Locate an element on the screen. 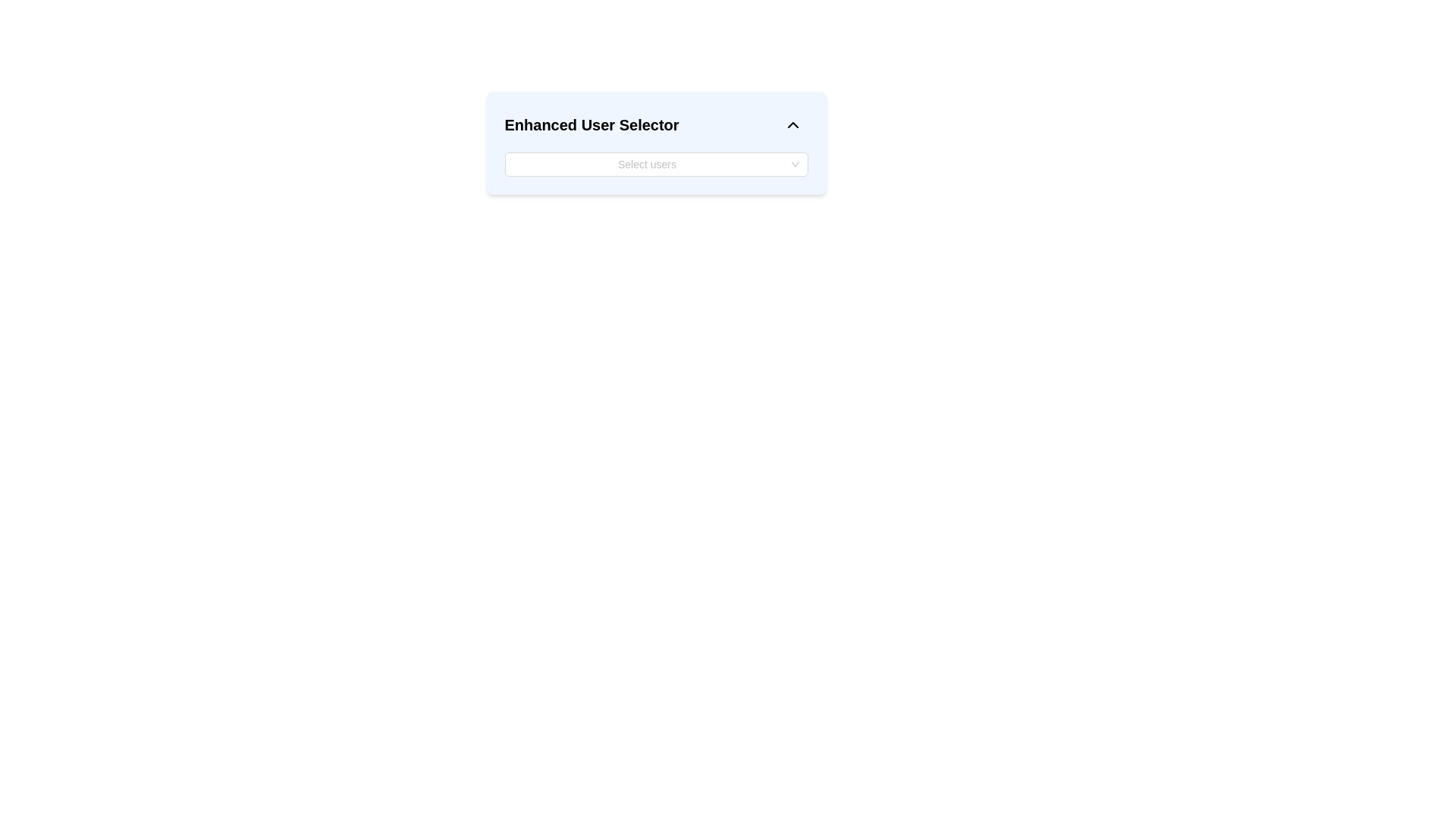  the dropdown input field located in the upper-middle section of the 'Enhanced User Selector' panel is located at coordinates (648, 164).